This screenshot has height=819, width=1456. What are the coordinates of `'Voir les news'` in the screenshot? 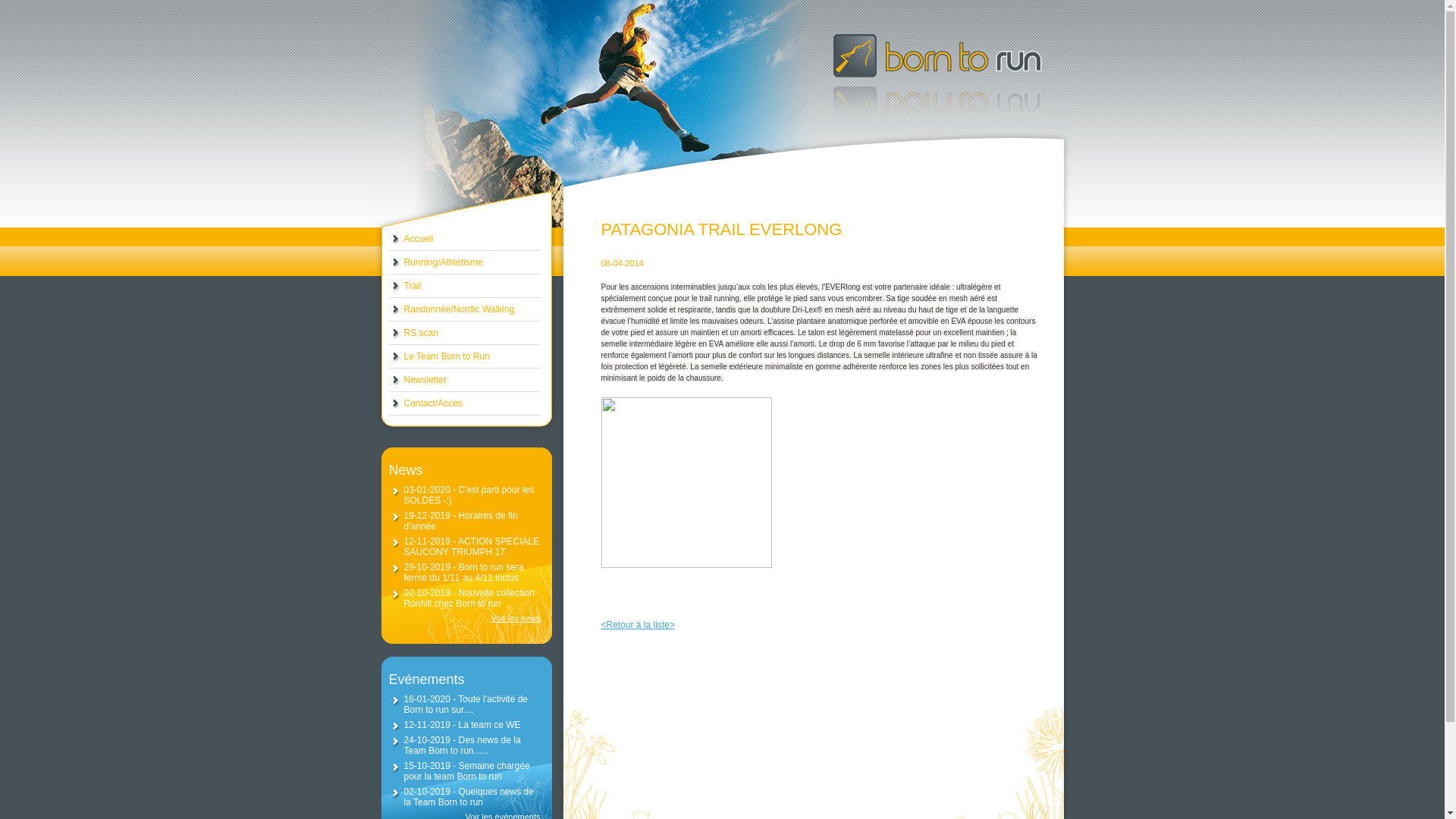 It's located at (463, 617).